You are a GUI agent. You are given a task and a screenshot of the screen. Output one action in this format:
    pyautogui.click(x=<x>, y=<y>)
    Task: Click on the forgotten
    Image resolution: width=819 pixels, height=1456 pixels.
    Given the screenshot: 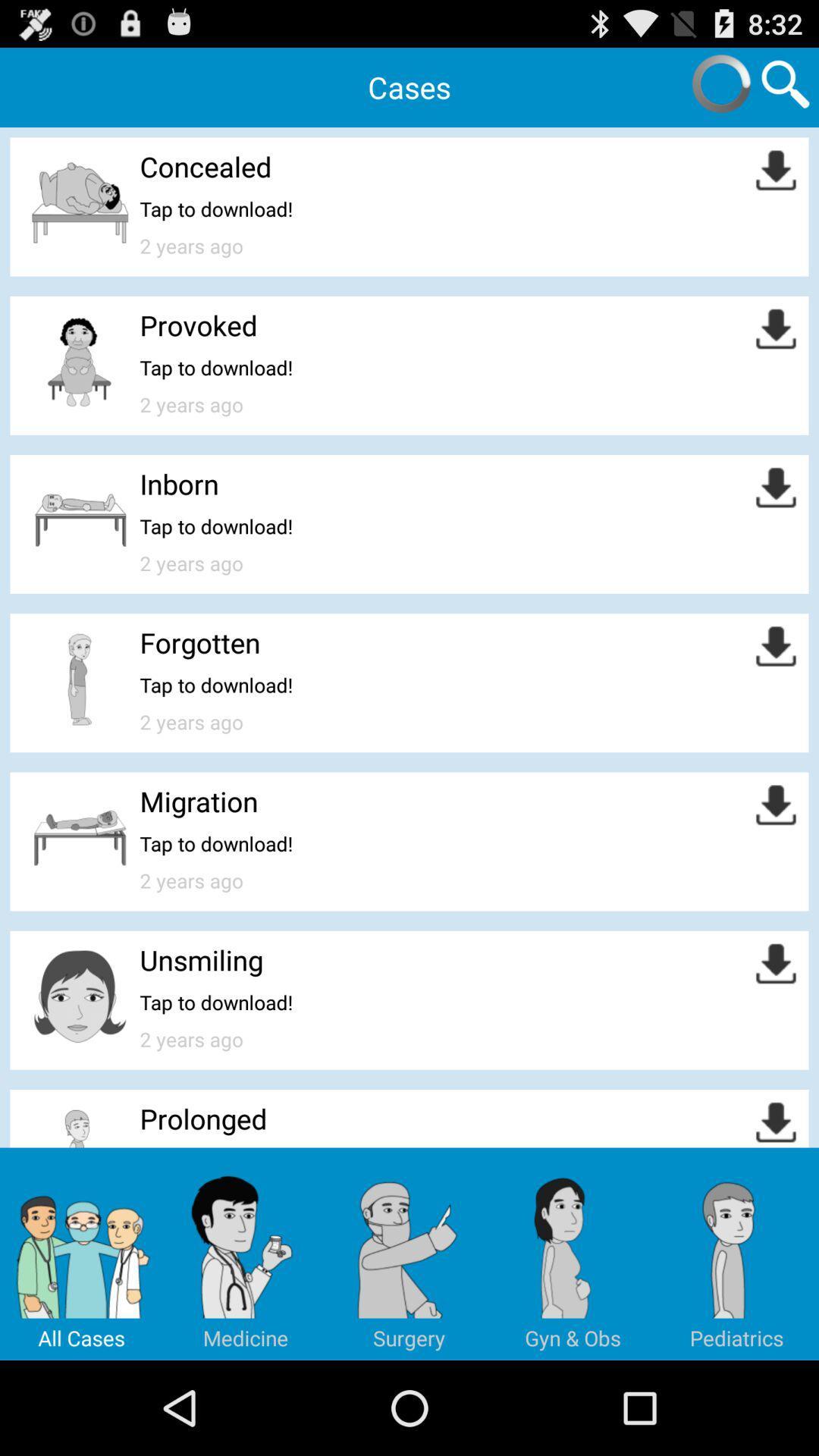 What is the action you would take?
    pyautogui.click(x=199, y=642)
    